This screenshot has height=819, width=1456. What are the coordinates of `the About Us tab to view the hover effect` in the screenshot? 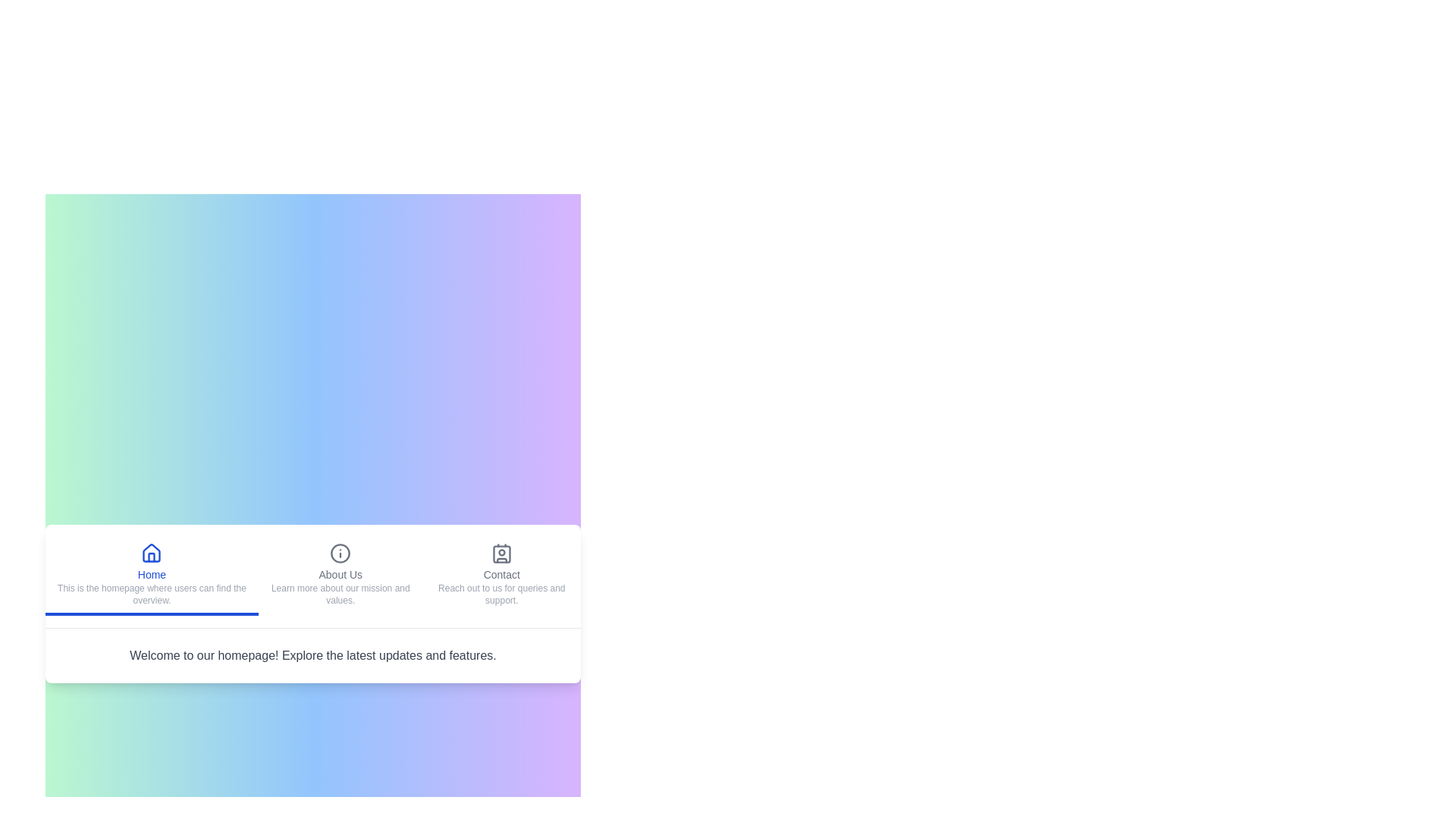 It's located at (340, 576).